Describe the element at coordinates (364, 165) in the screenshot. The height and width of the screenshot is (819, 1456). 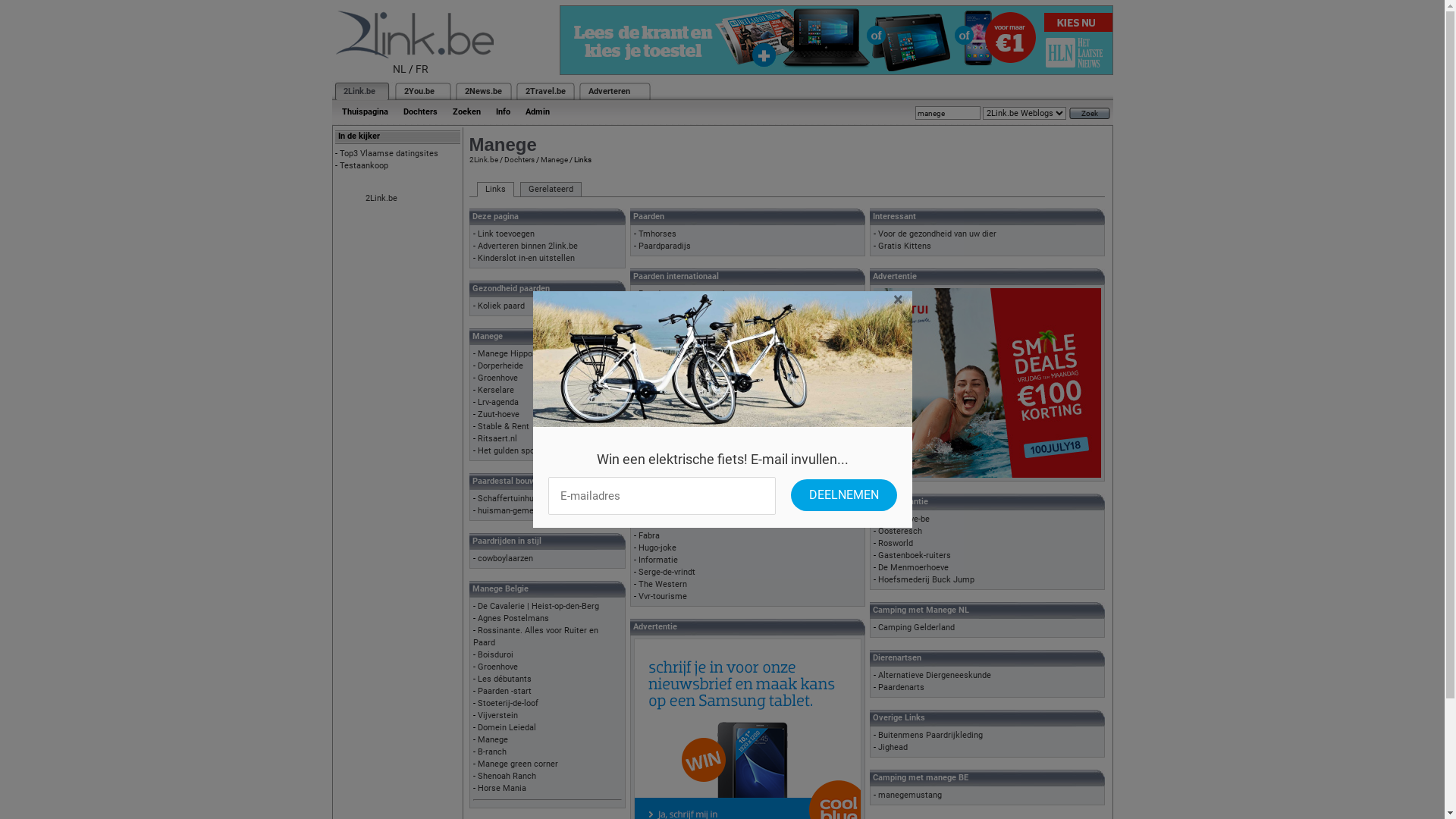
I see `'Testaankoop'` at that location.